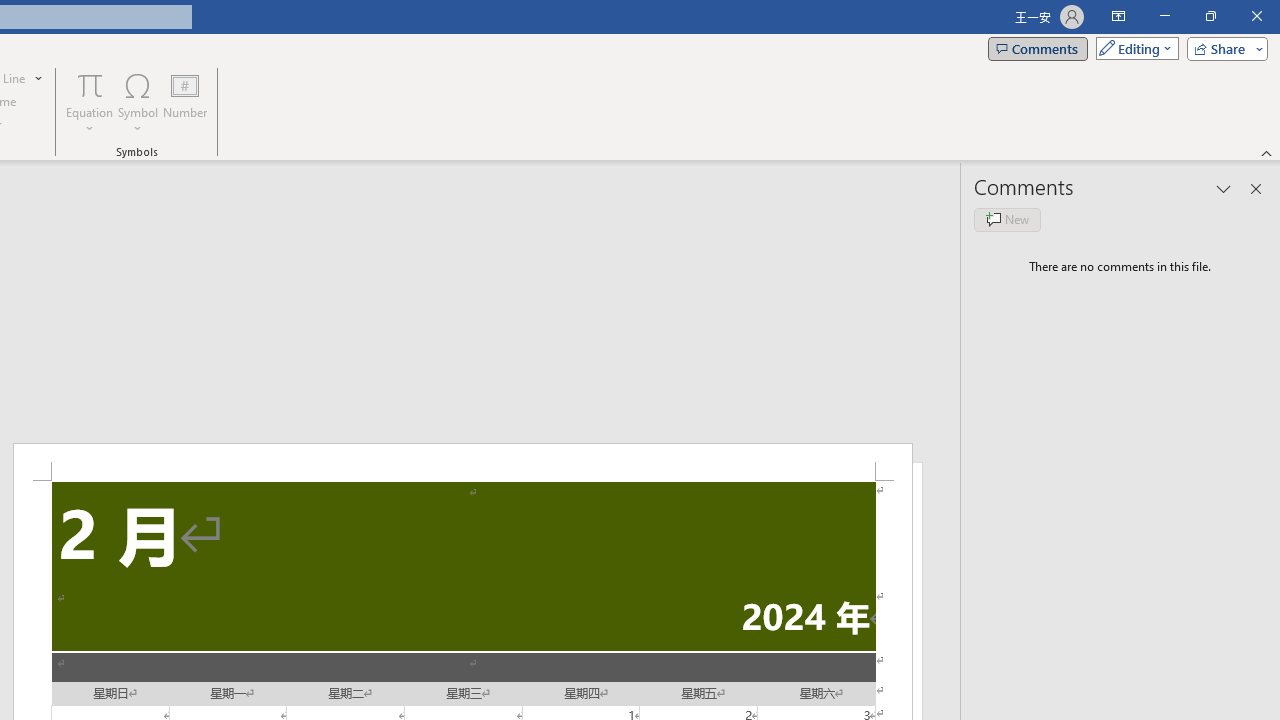 The height and width of the screenshot is (720, 1280). I want to click on 'Number...', so click(185, 103).